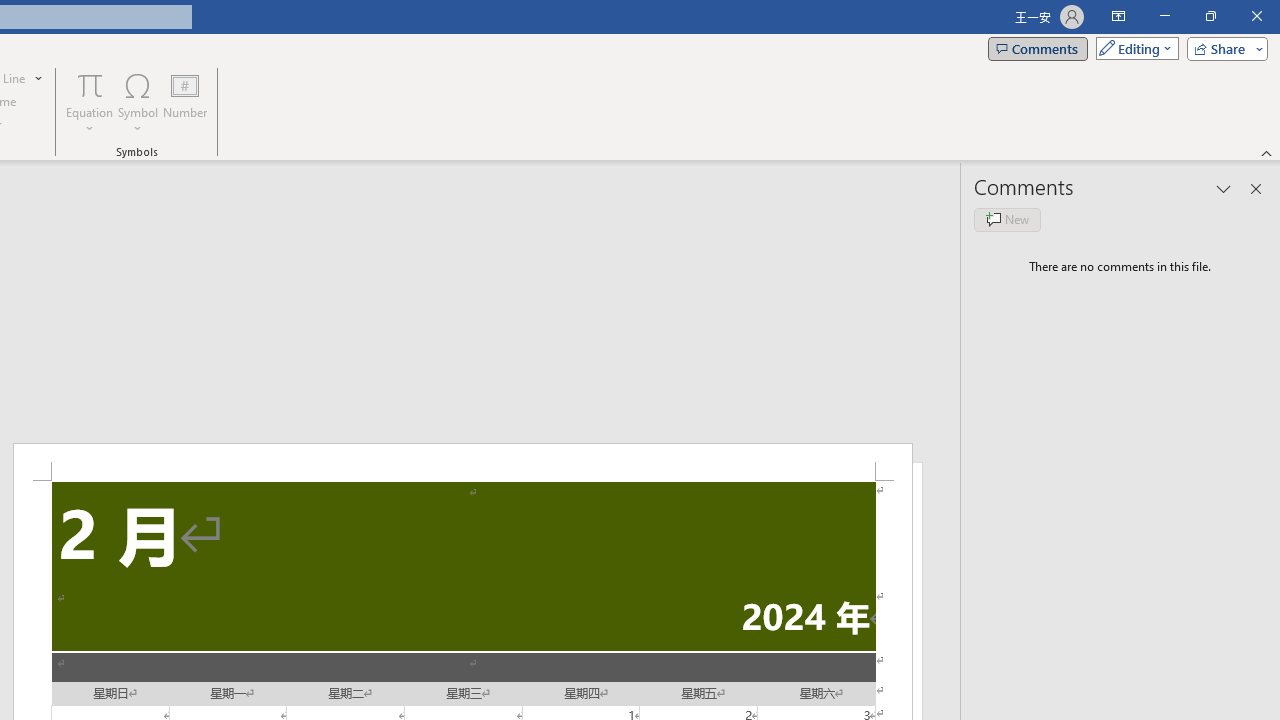 The height and width of the screenshot is (720, 1280). I want to click on 'Number...', so click(185, 103).